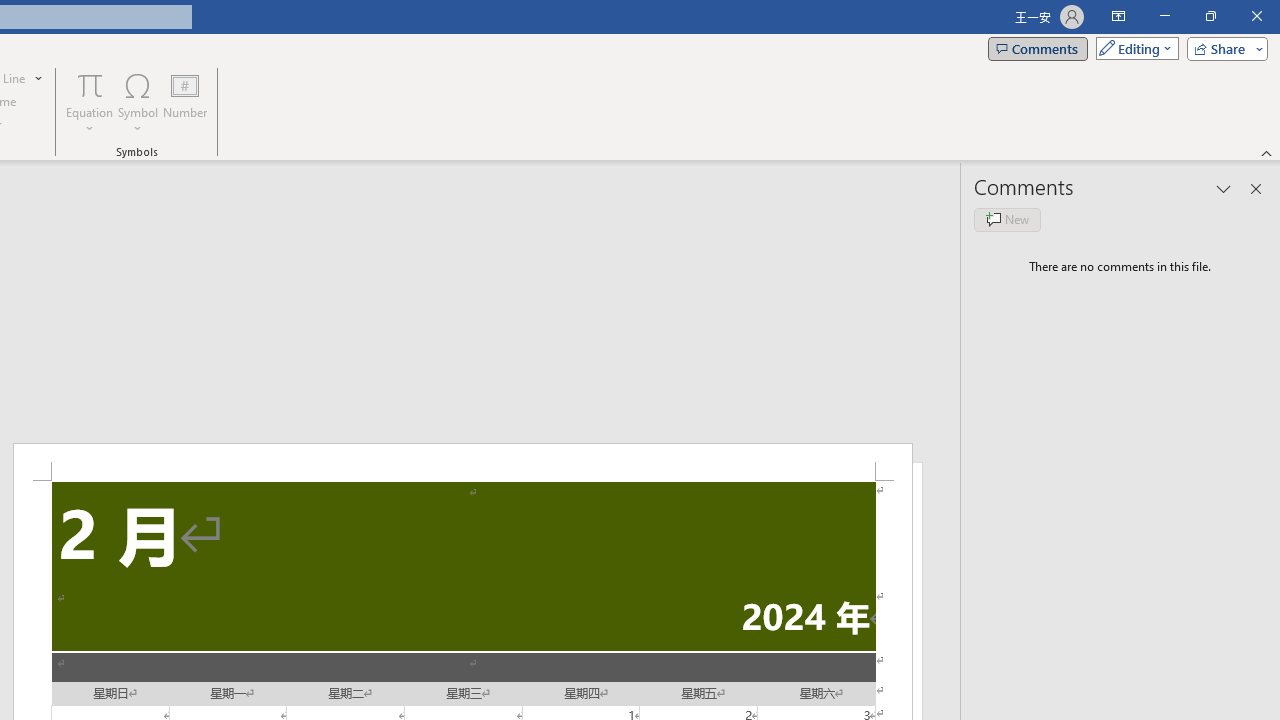 The height and width of the screenshot is (720, 1280). I want to click on 'Number...', so click(185, 103).